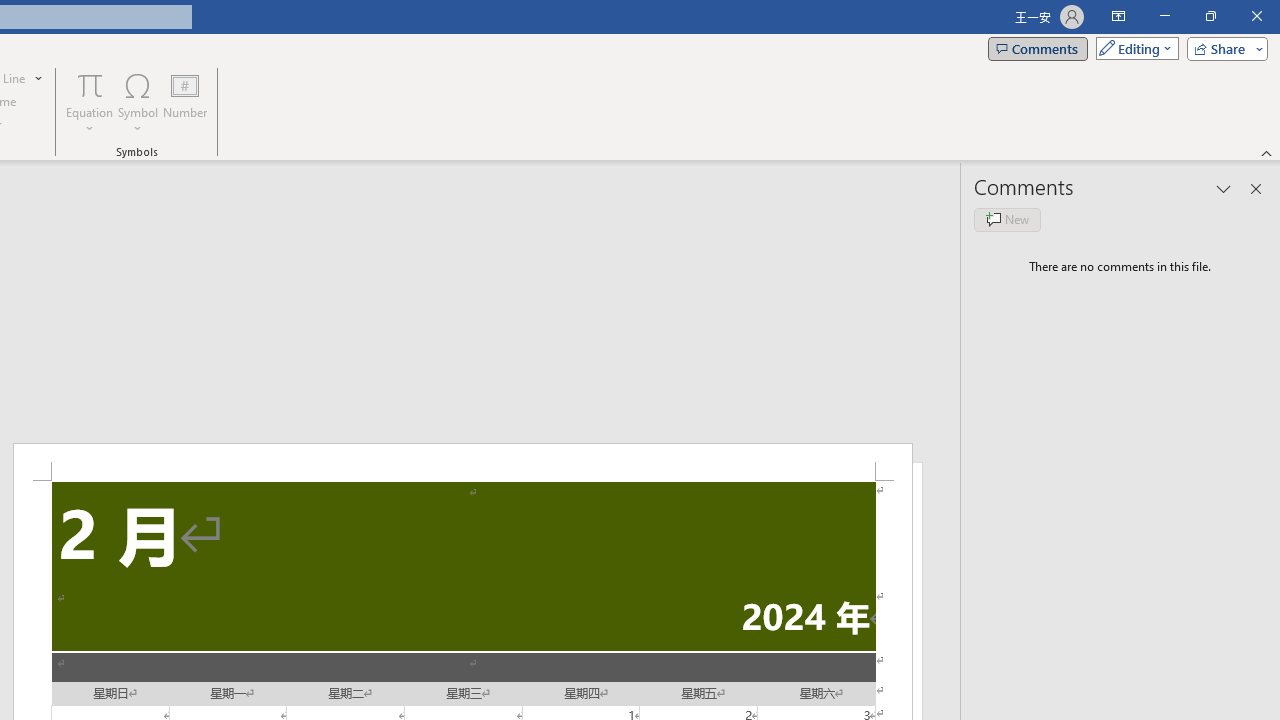 The height and width of the screenshot is (720, 1280). I want to click on 'Number...', so click(185, 103).